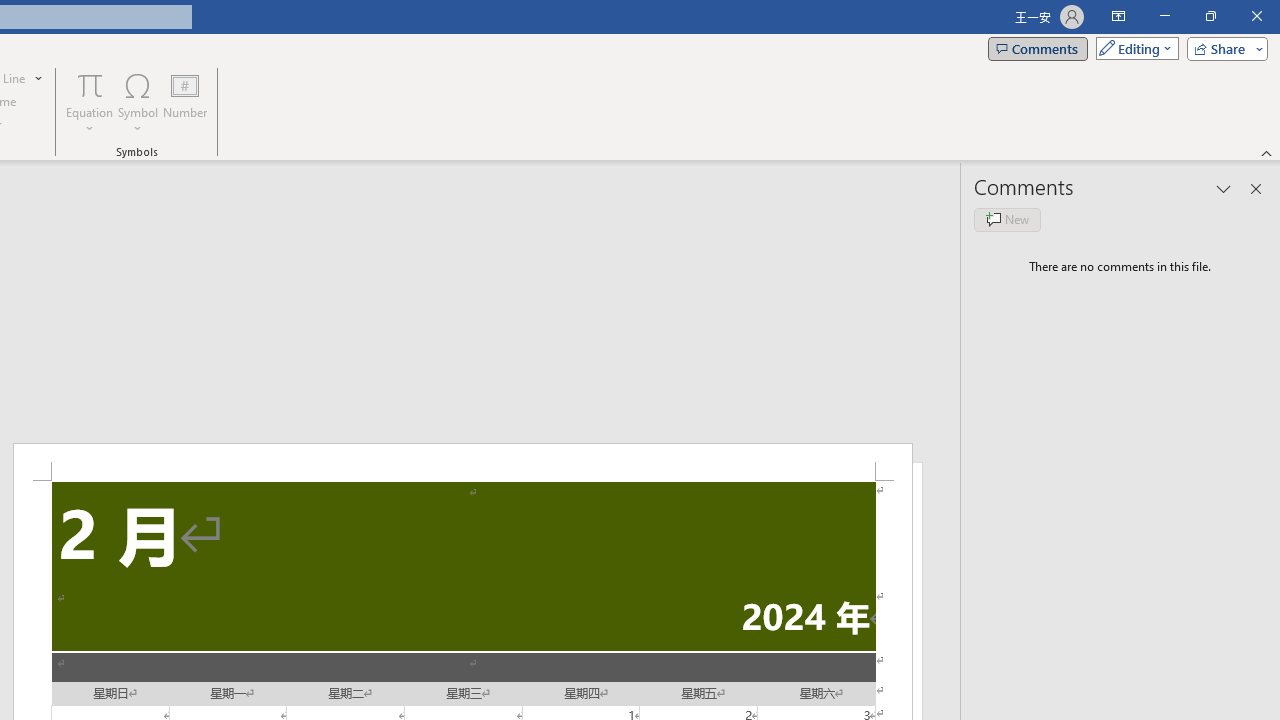 The height and width of the screenshot is (720, 1280). I want to click on 'Number...', so click(185, 103).